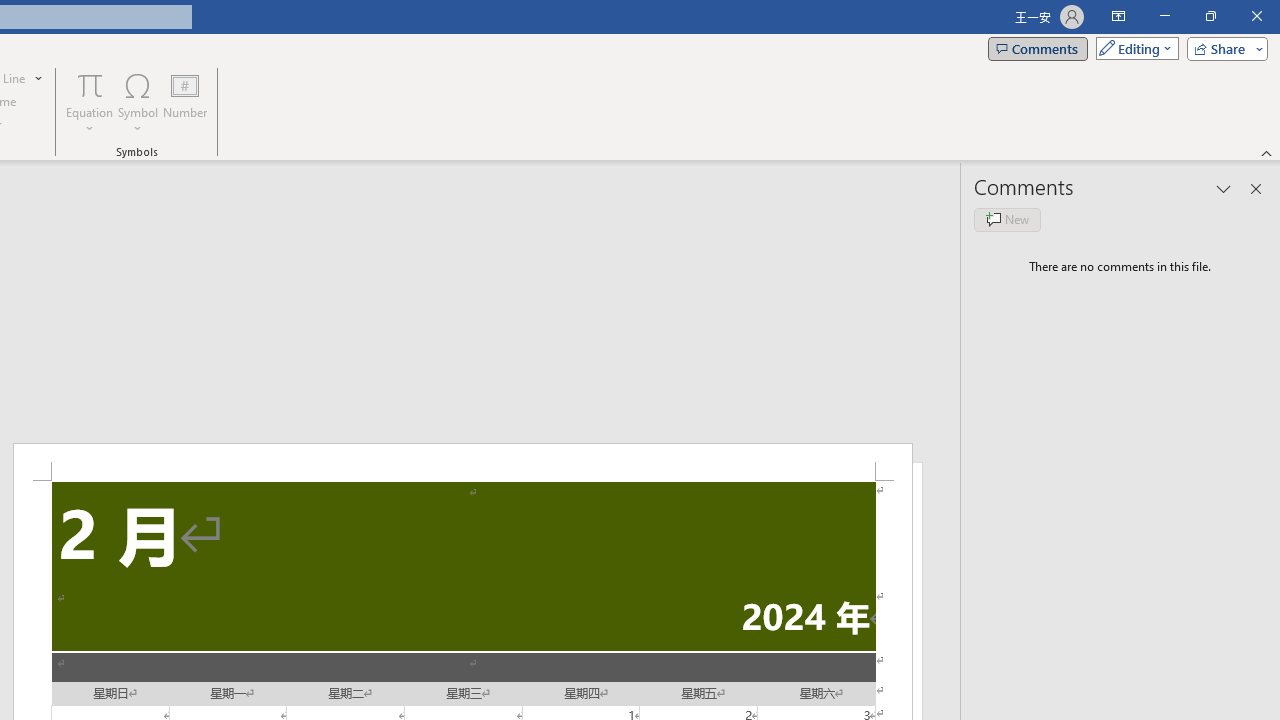 The height and width of the screenshot is (720, 1280). I want to click on 'Number...', so click(185, 103).